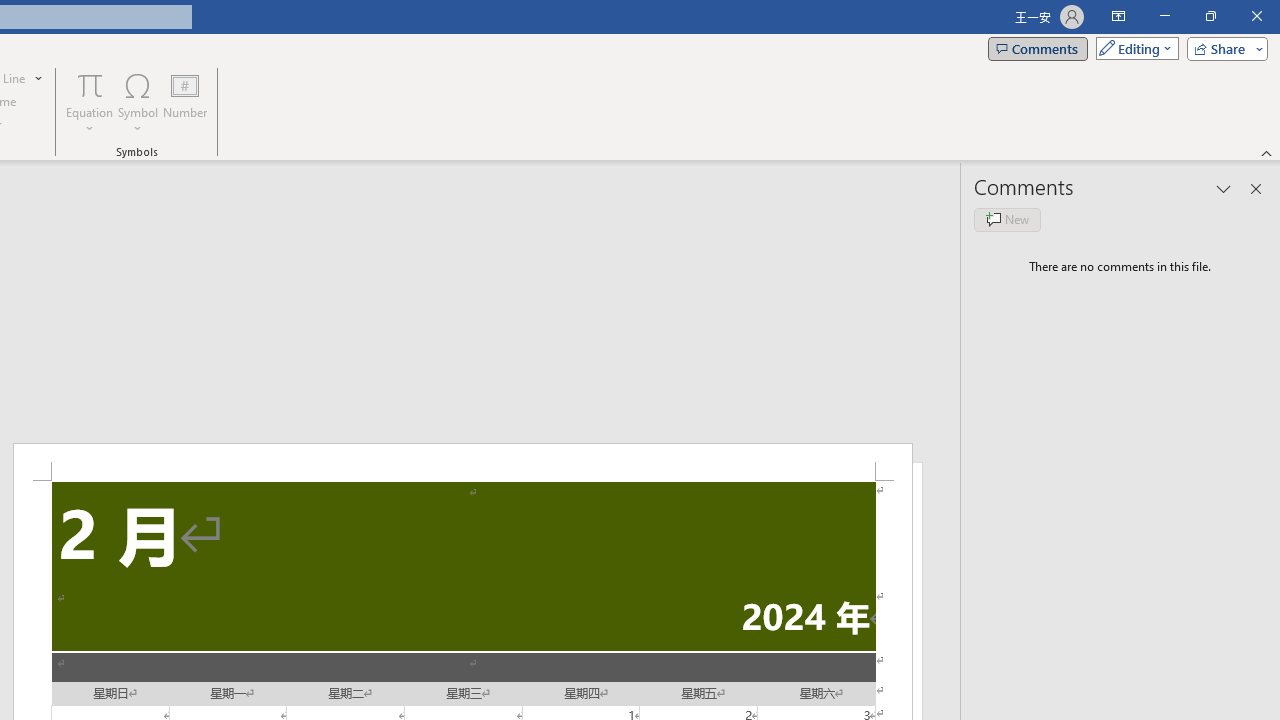 The height and width of the screenshot is (720, 1280). I want to click on 'Number...', so click(185, 103).